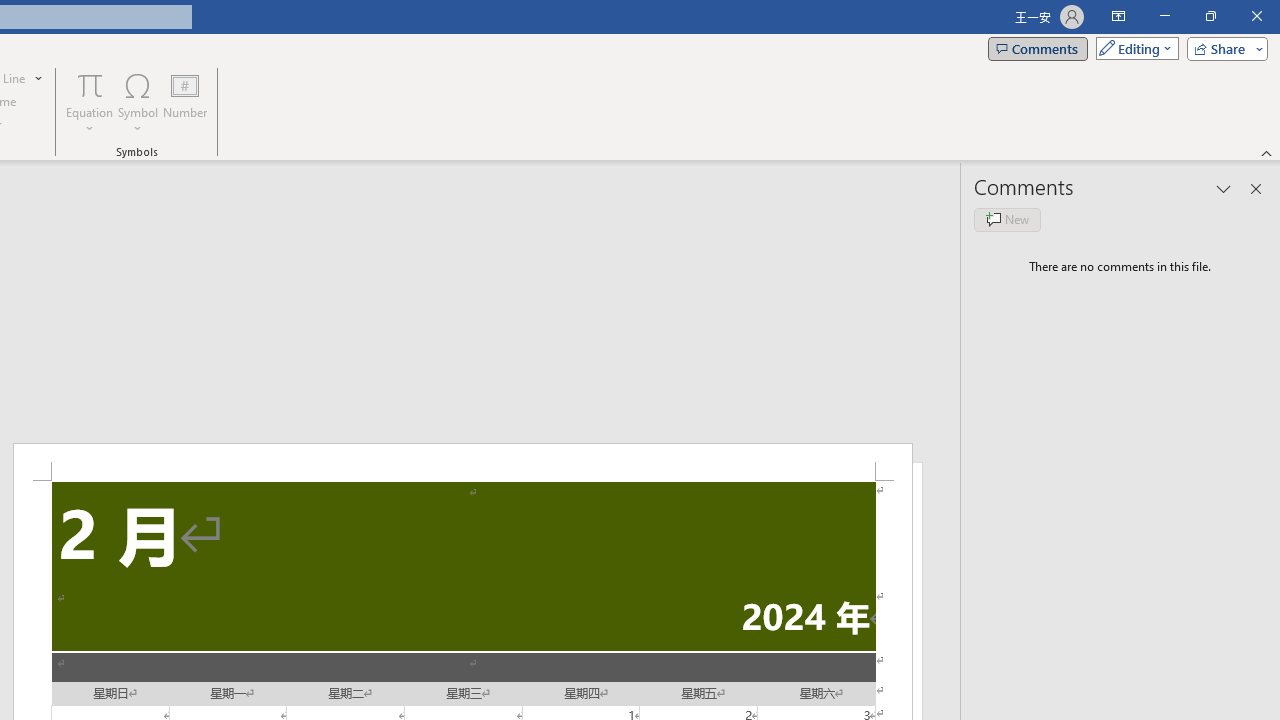 The height and width of the screenshot is (720, 1280). I want to click on 'Number...', so click(185, 103).